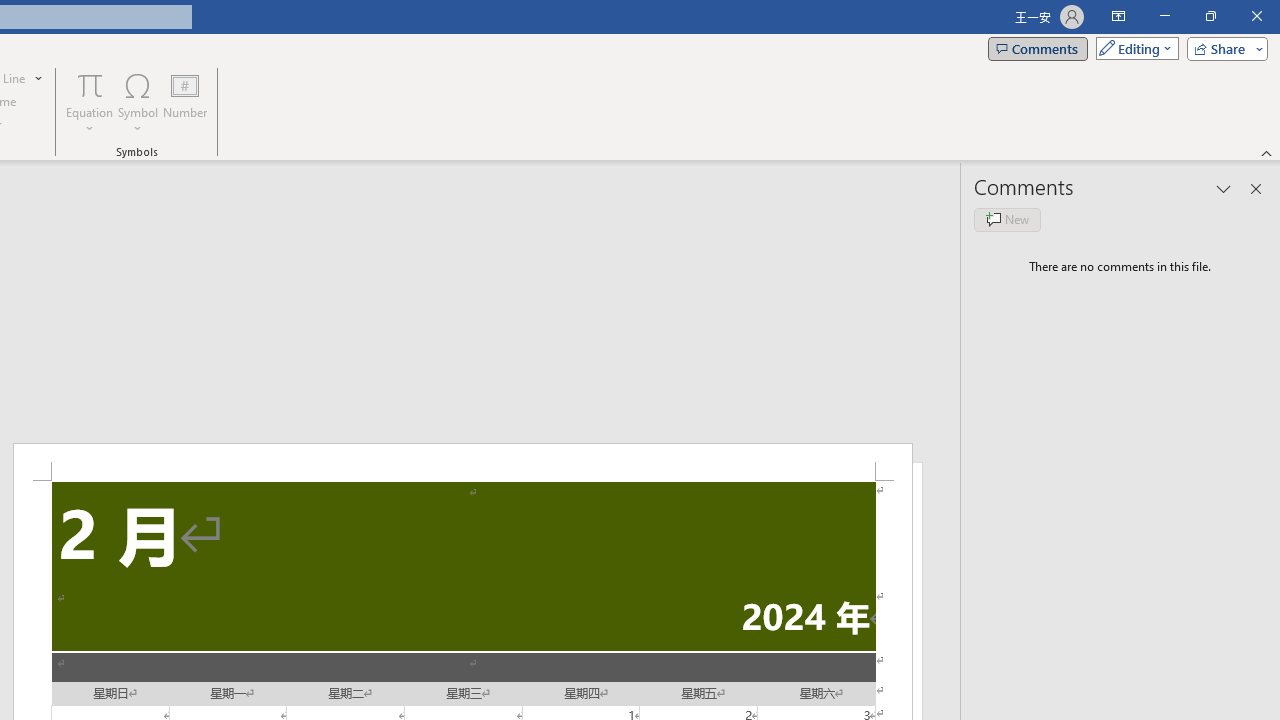 The height and width of the screenshot is (720, 1280). I want to click on 'Number...', so click(185, 103).